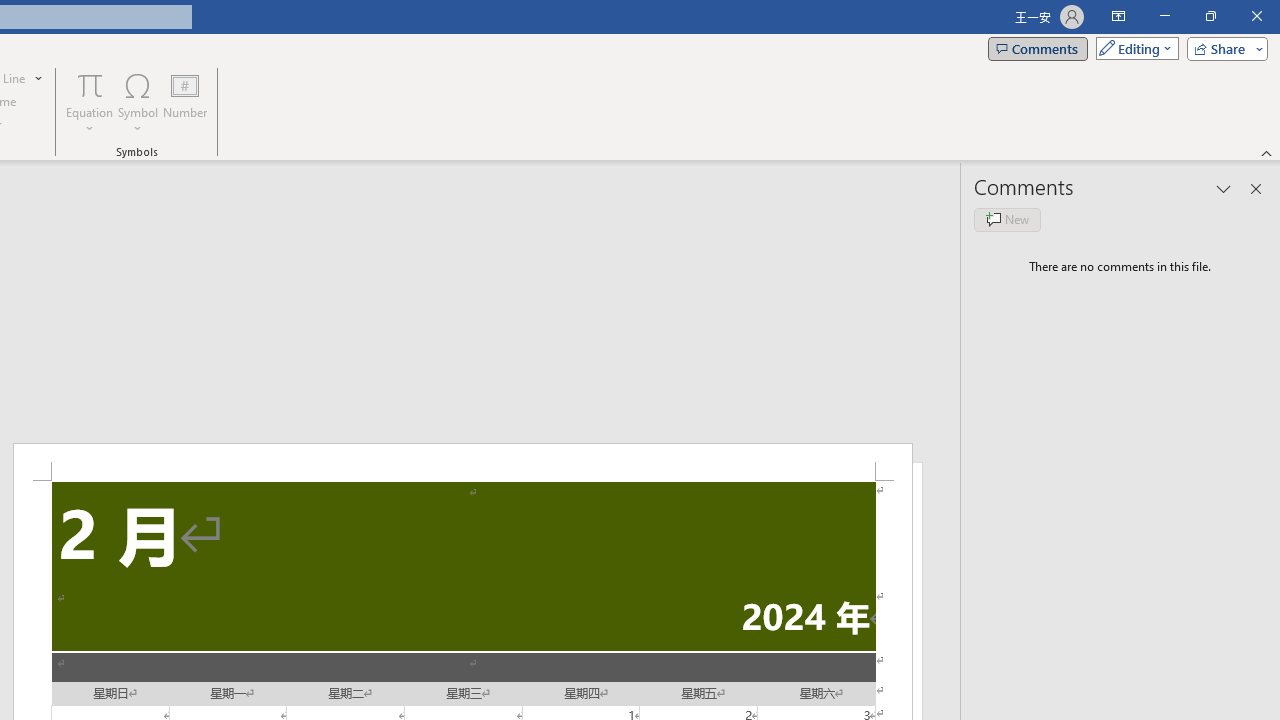 The height and width of the screenshot is (720, 1280). I want to click on 'Number...', so click(185, 103).